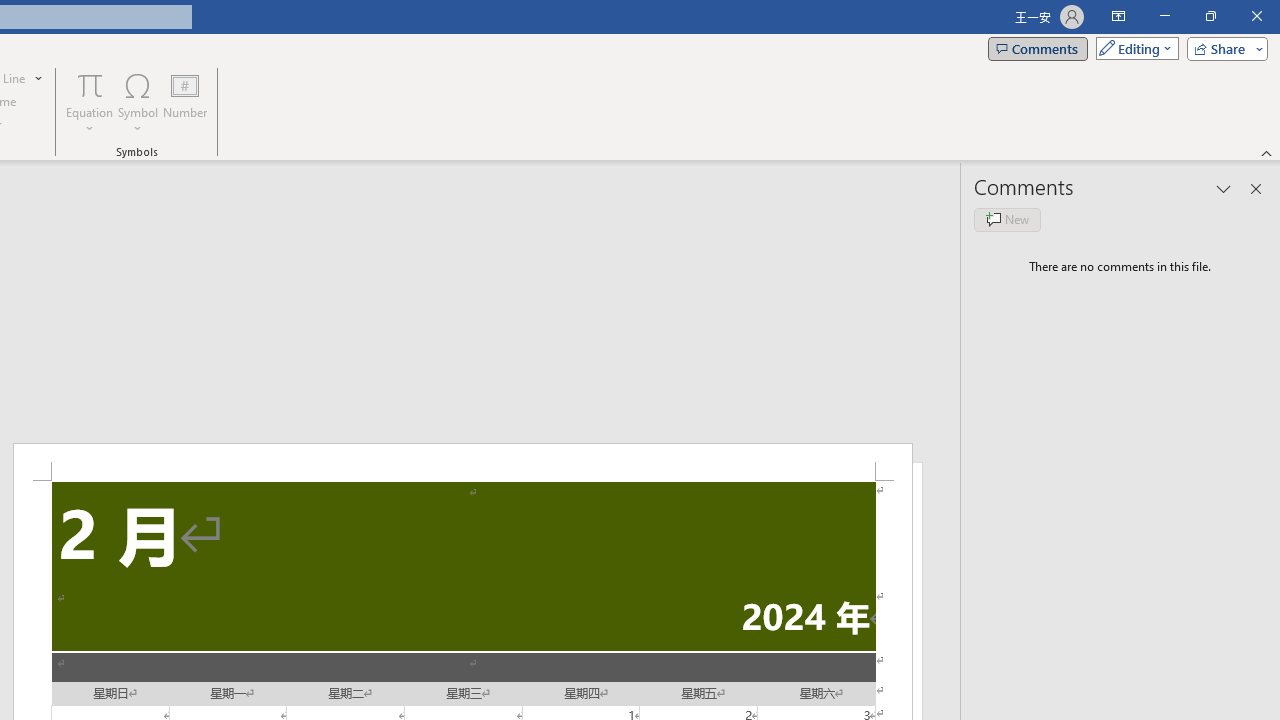 The height and width of the screenshot is (720, 1280). I want to click on 'Number...', so click(185, 103).